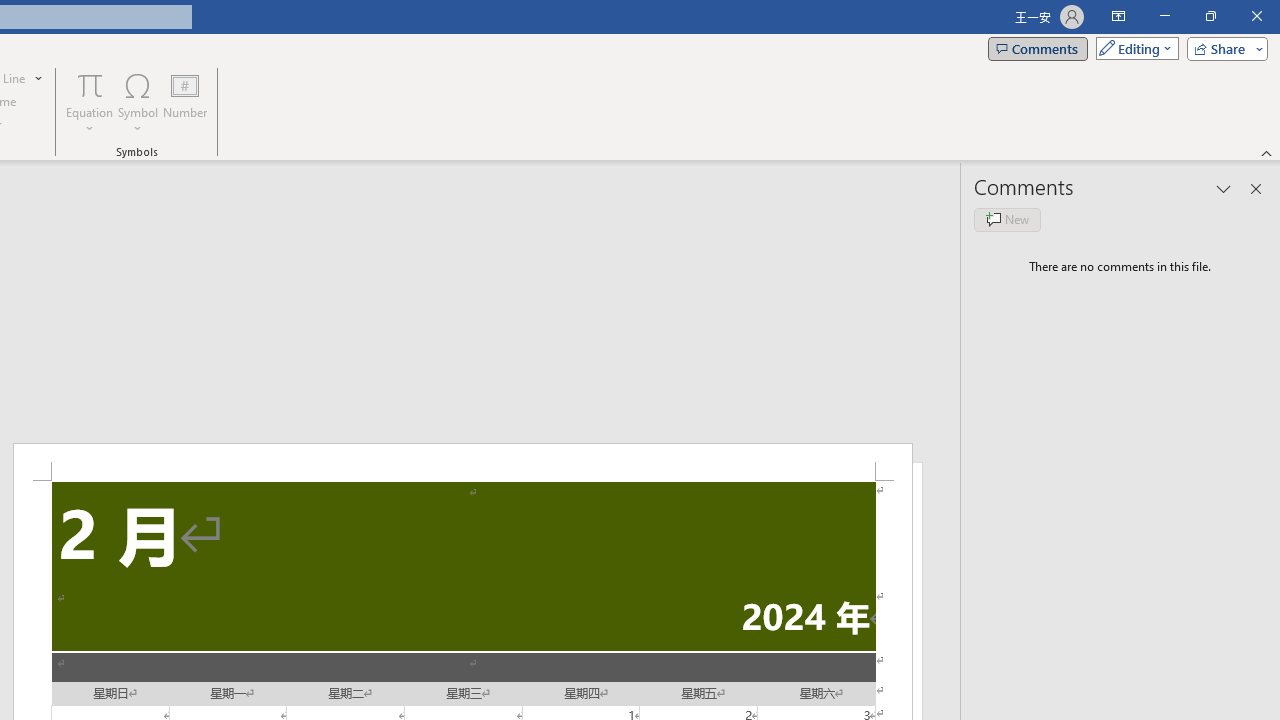 The height and width of the screenshot is (720, 1280). I want to click on 'Number...', so click(185, 103).